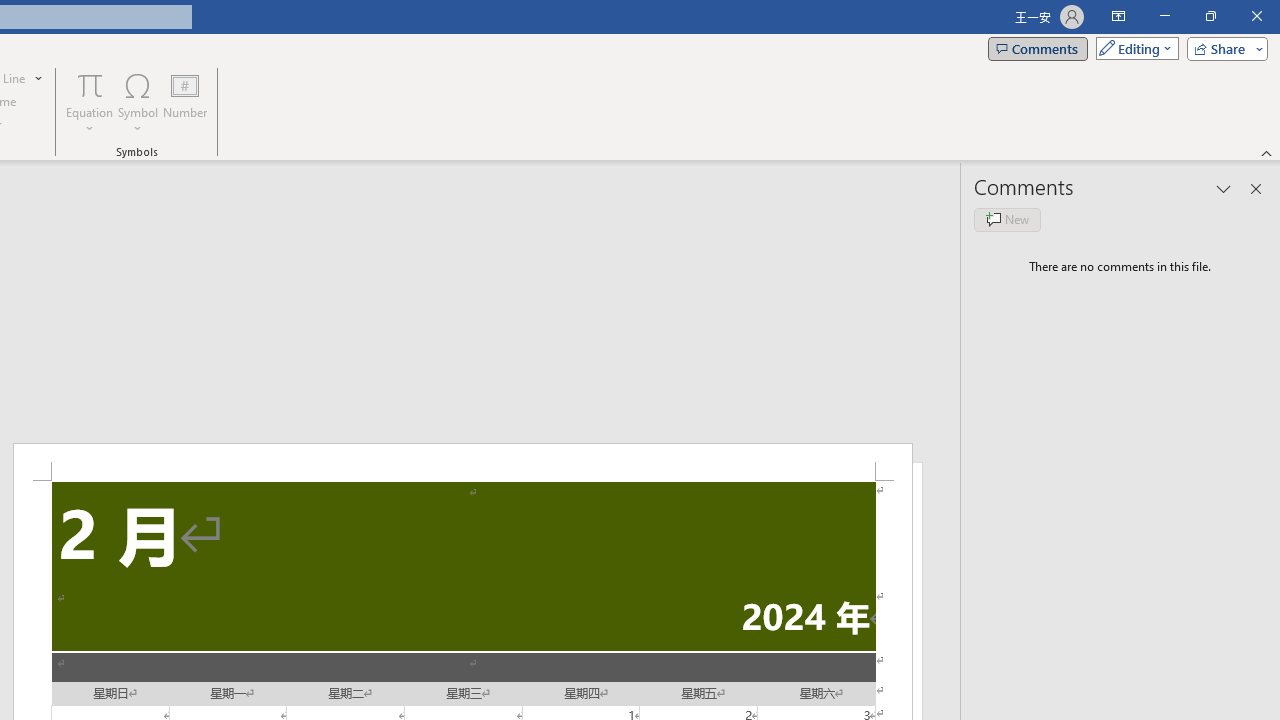 The height and width of the screenshot is (720, 1280). I want to click on 'Number...', so click(185, 103).